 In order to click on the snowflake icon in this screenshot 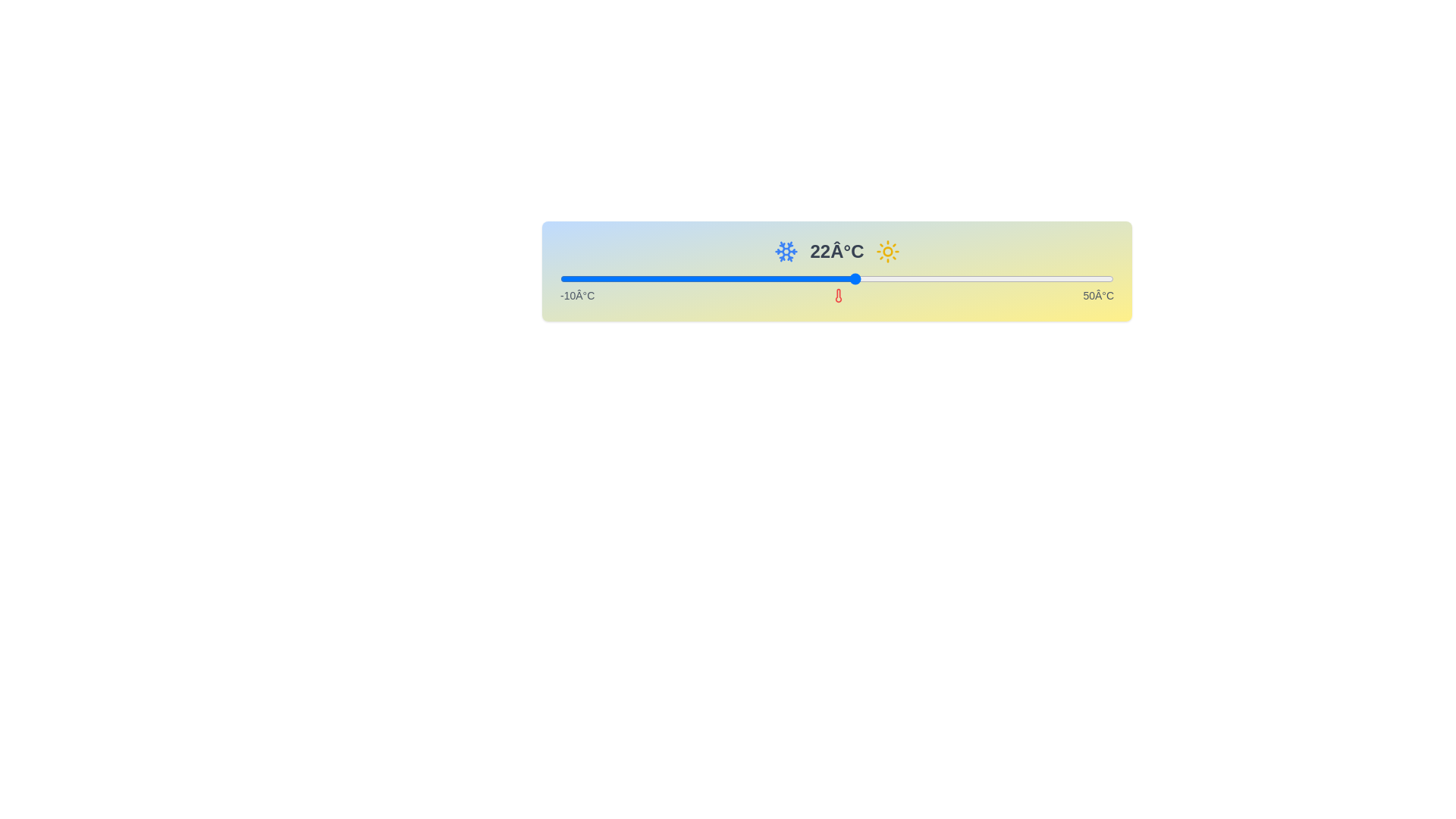, I will do `click(786, 250)`.